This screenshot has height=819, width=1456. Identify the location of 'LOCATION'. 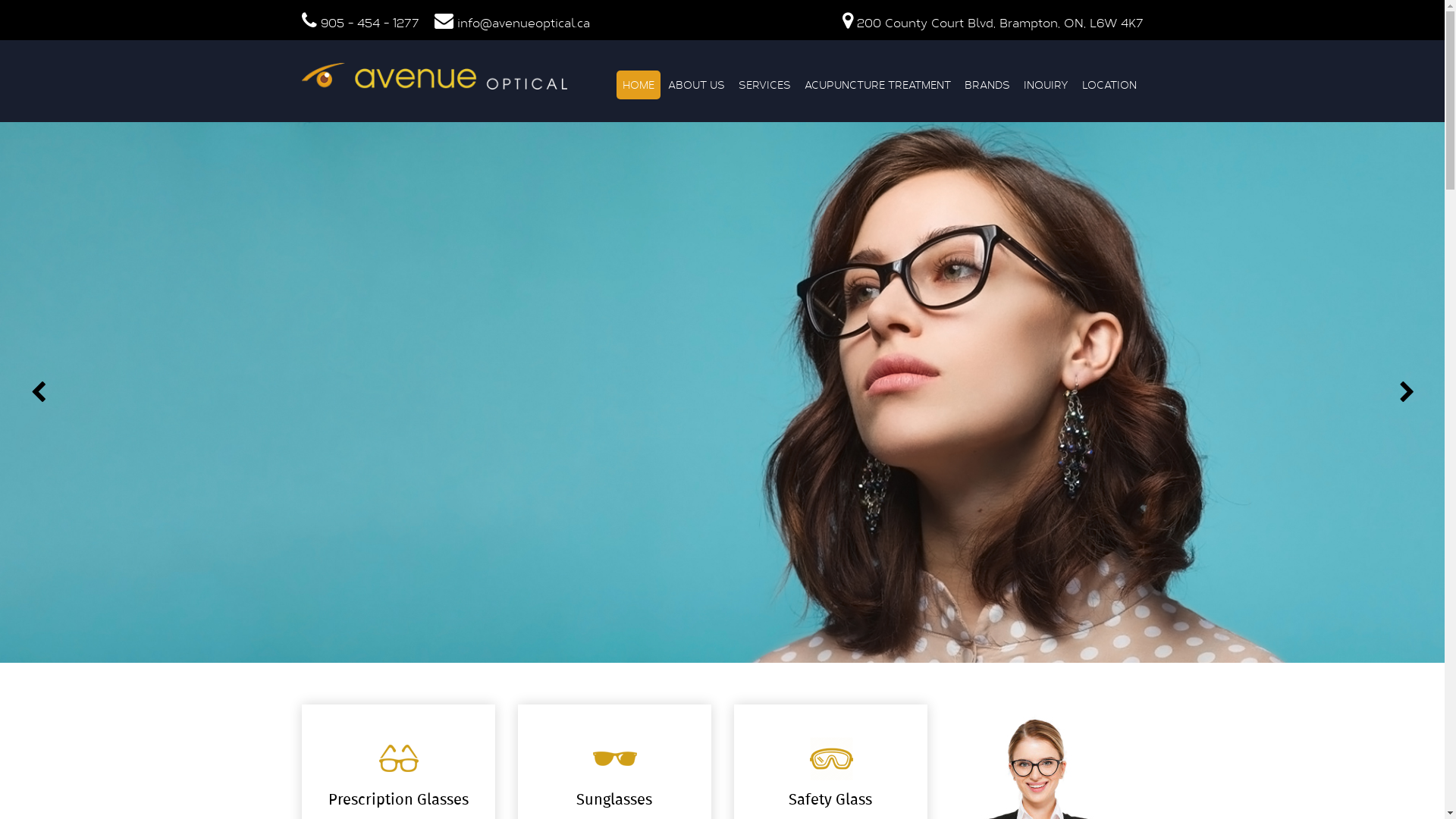
(1074, 84).